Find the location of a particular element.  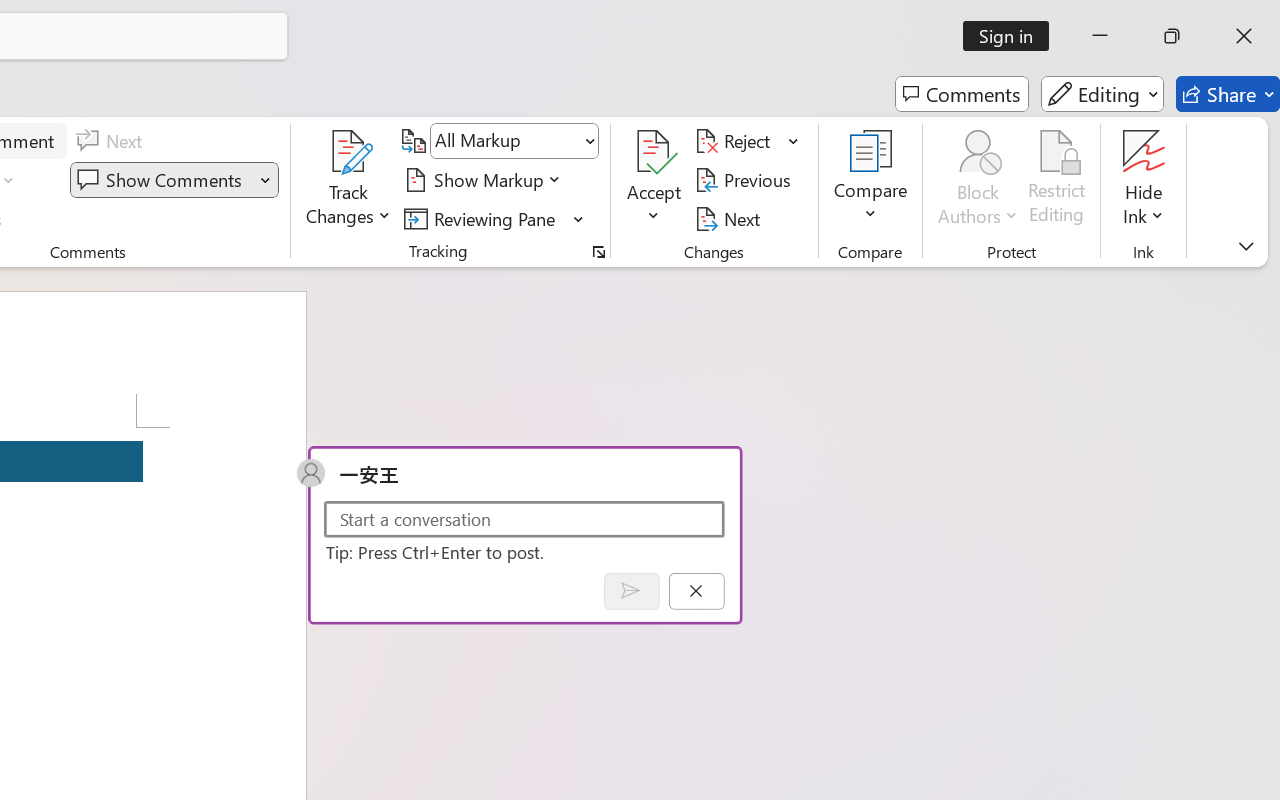

'Reviewing Pane' is located at coordinates (483, 218).